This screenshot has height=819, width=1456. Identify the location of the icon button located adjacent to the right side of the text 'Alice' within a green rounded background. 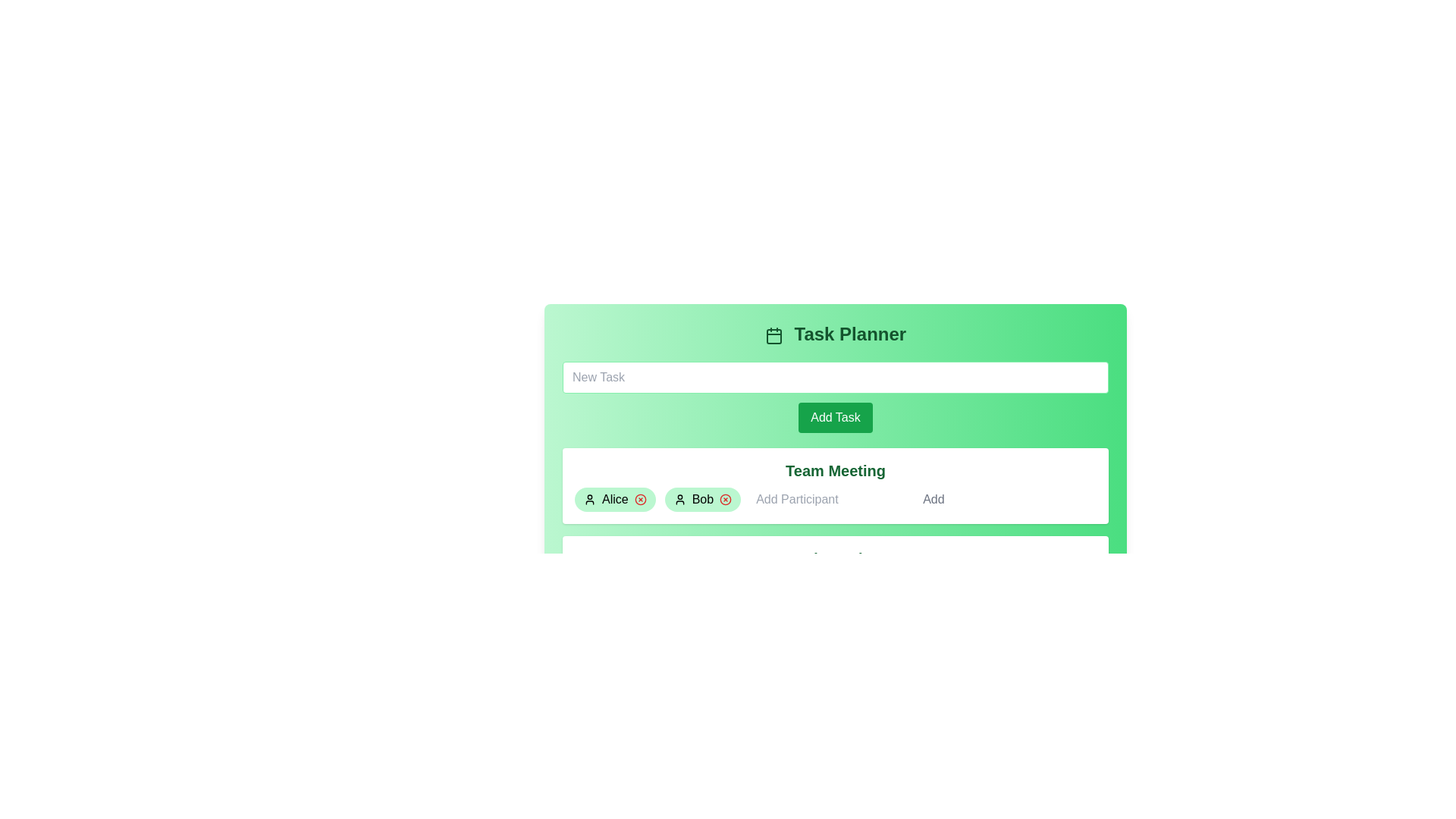
(640, 500).